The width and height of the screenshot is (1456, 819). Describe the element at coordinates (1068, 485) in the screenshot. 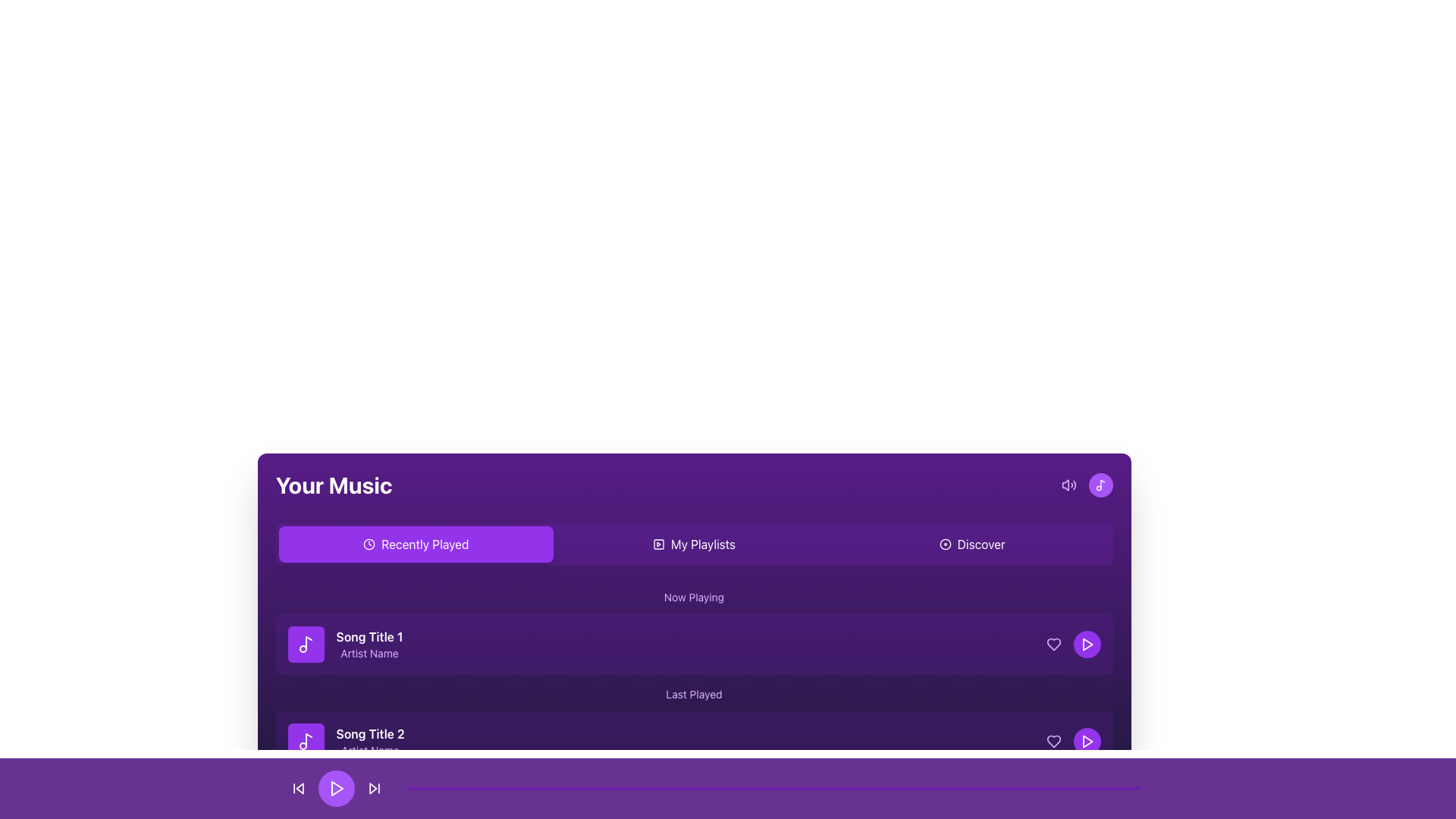

I see `the purple speaker icon with sound waves in the top right corner of the music interface header` at that location.